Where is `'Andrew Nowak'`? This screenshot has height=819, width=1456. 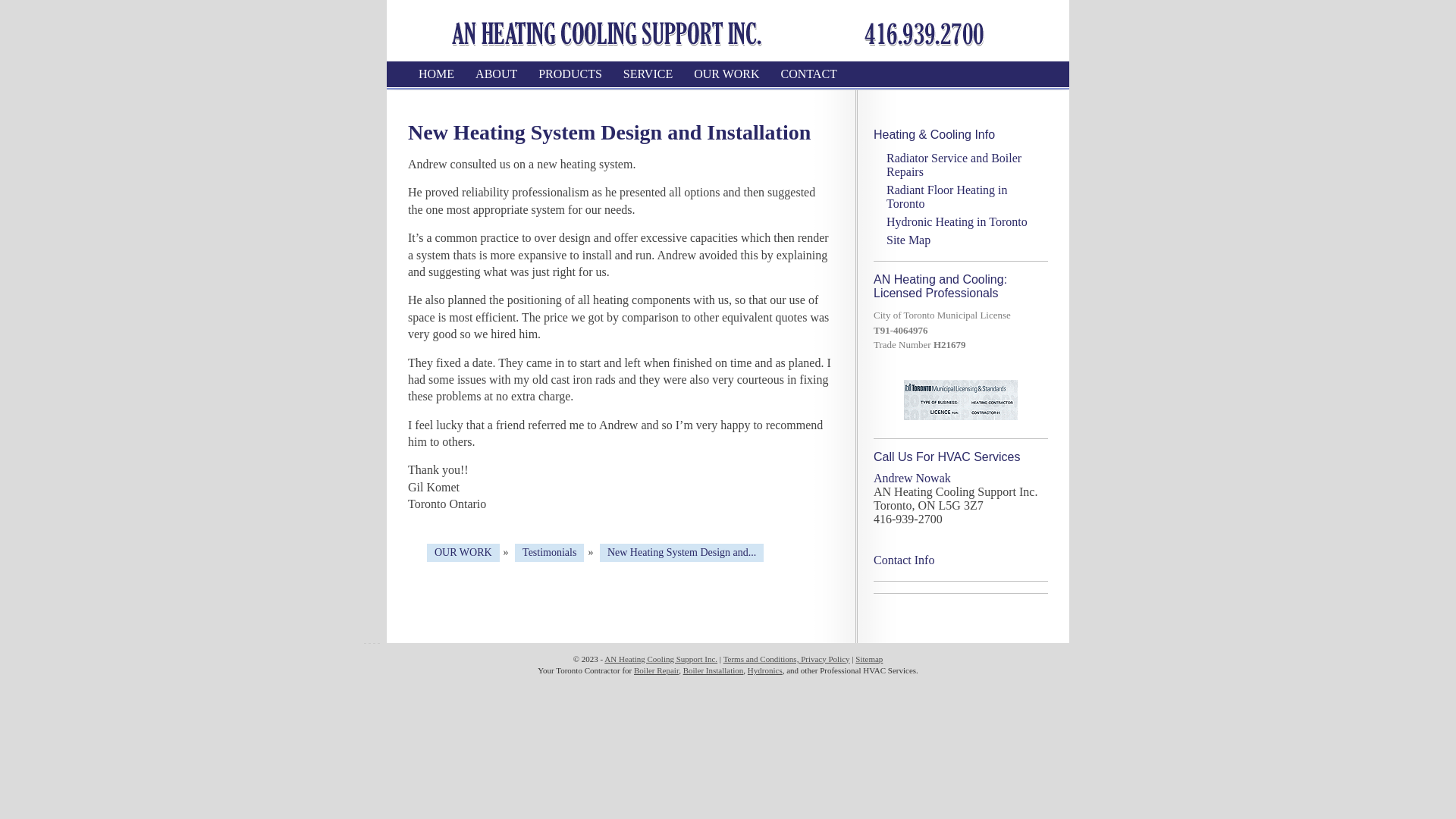 'Andrew Nowak' is located at coordinates (912, 478).